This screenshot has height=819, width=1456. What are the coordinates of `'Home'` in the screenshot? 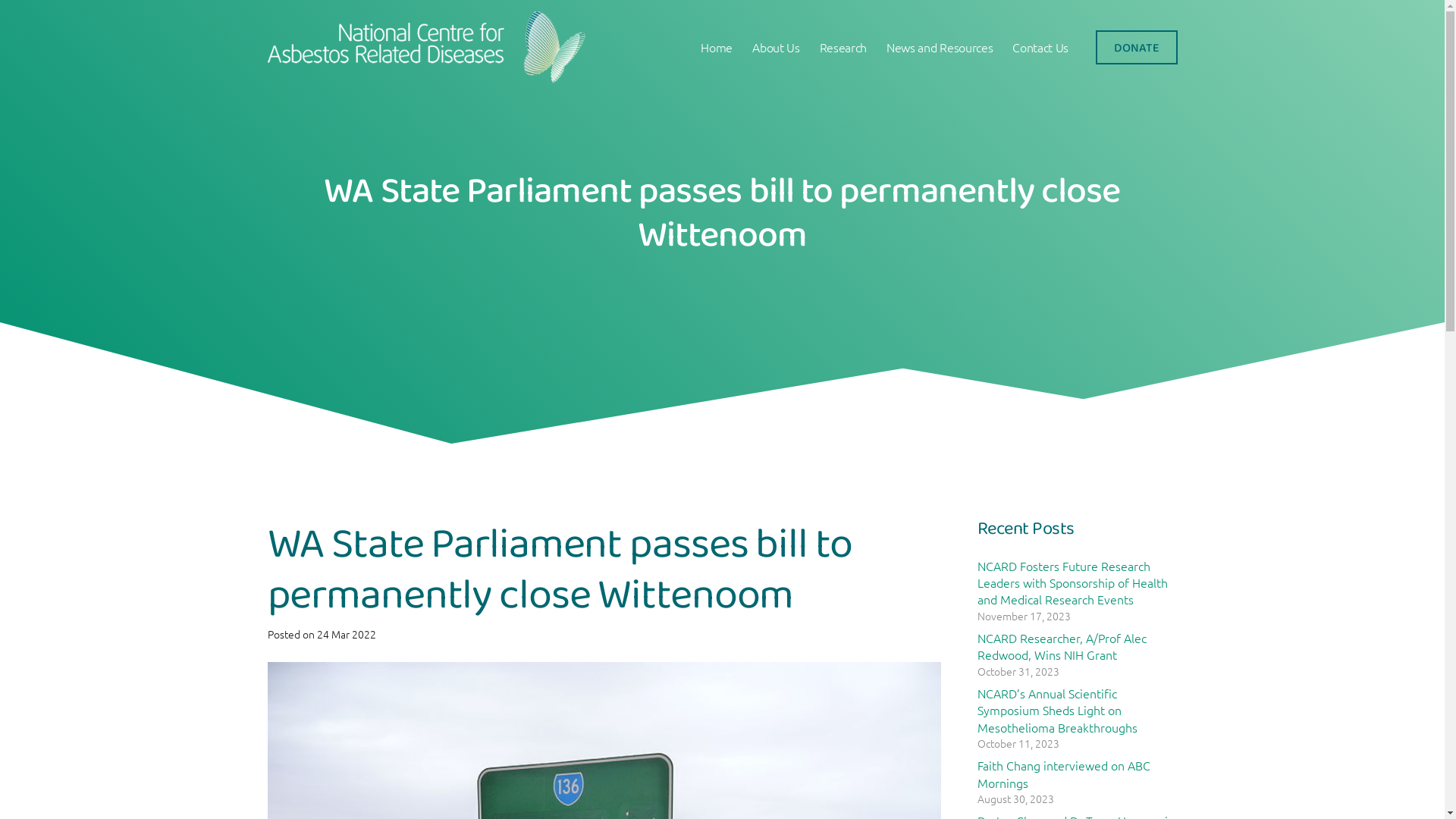 It's located at (716, 46).